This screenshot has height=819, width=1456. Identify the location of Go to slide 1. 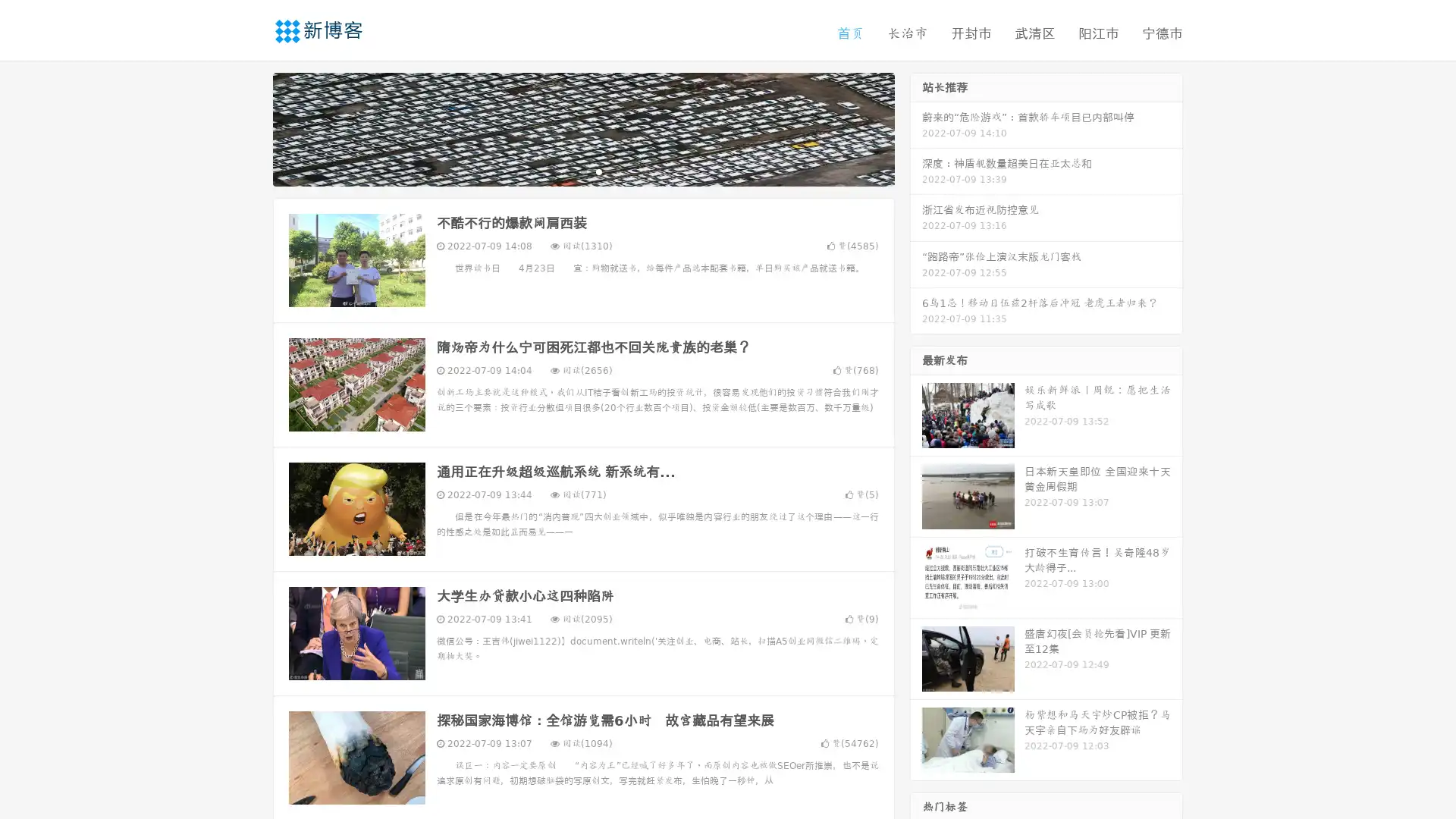
(567, 171).